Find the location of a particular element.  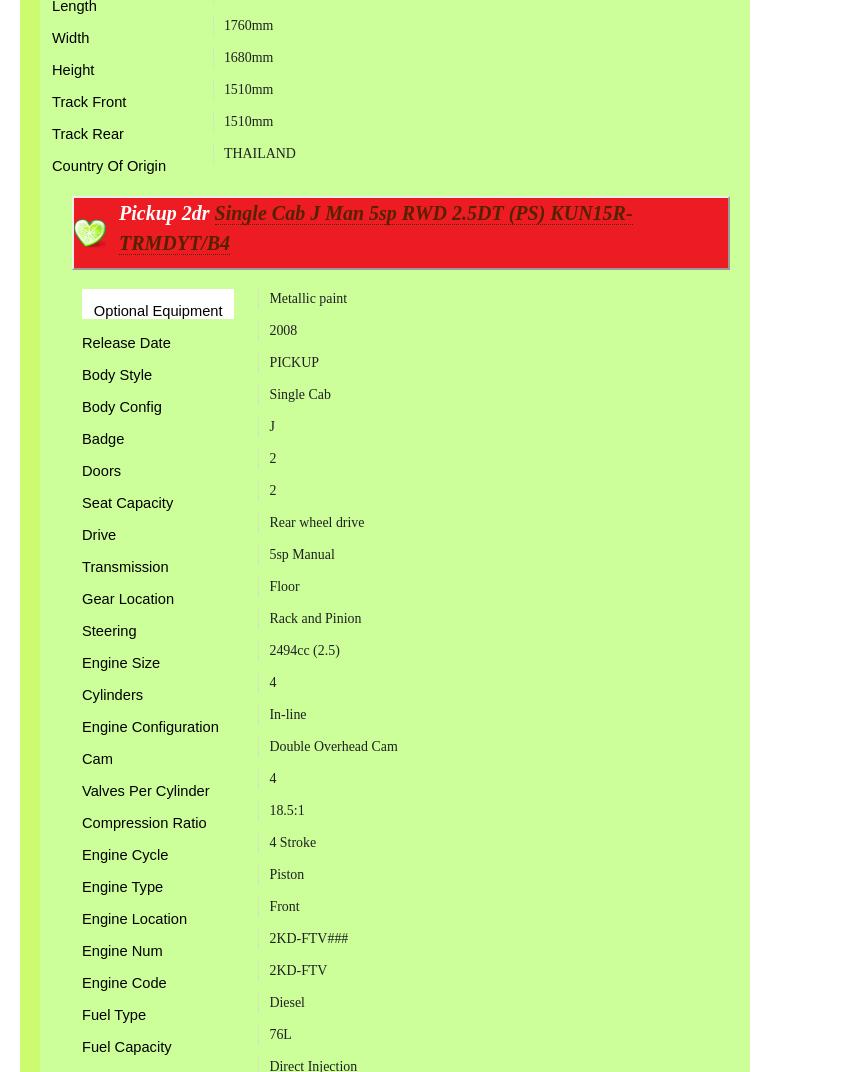

'Single Cab J Man 5sp RWD 2.5DT (PS) KUN15R-TRMDYT/B4' is located at coordinates (374, 228).